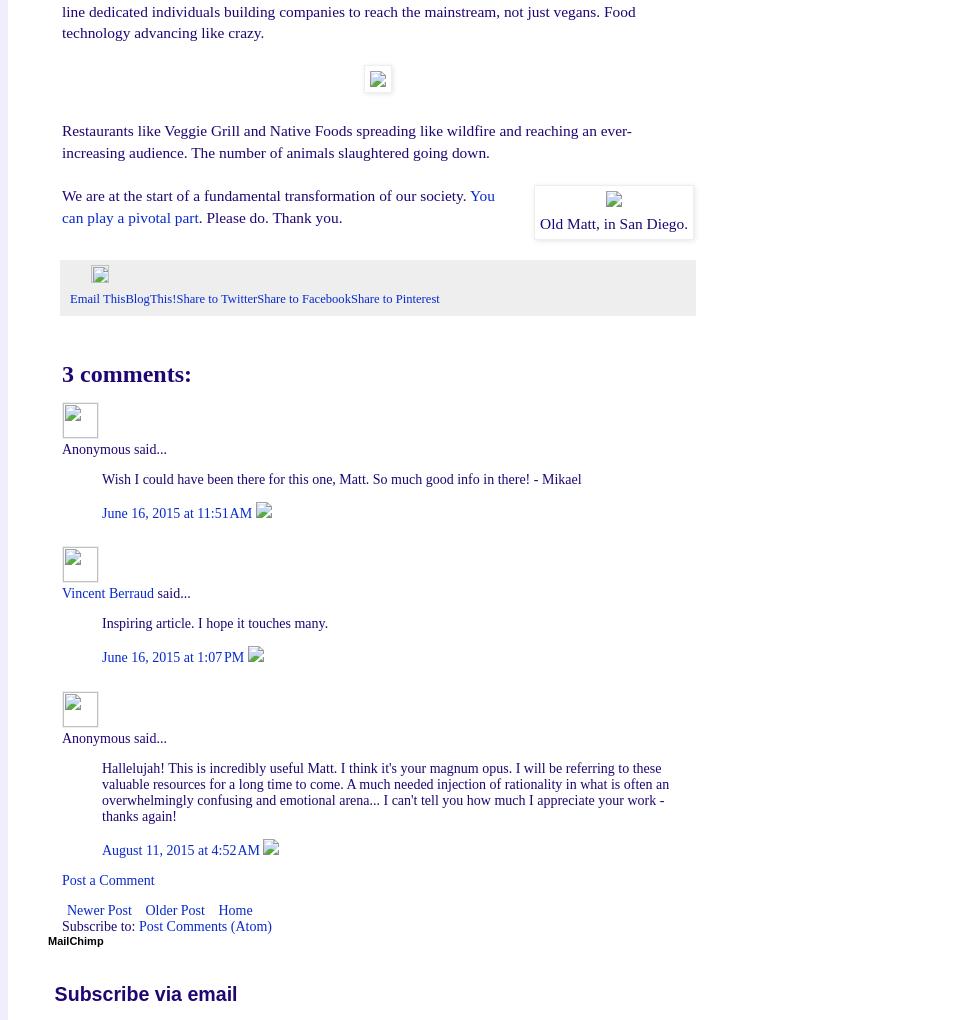  I want to click on 'Old Matt, in San Diego.', so click(613, 222).